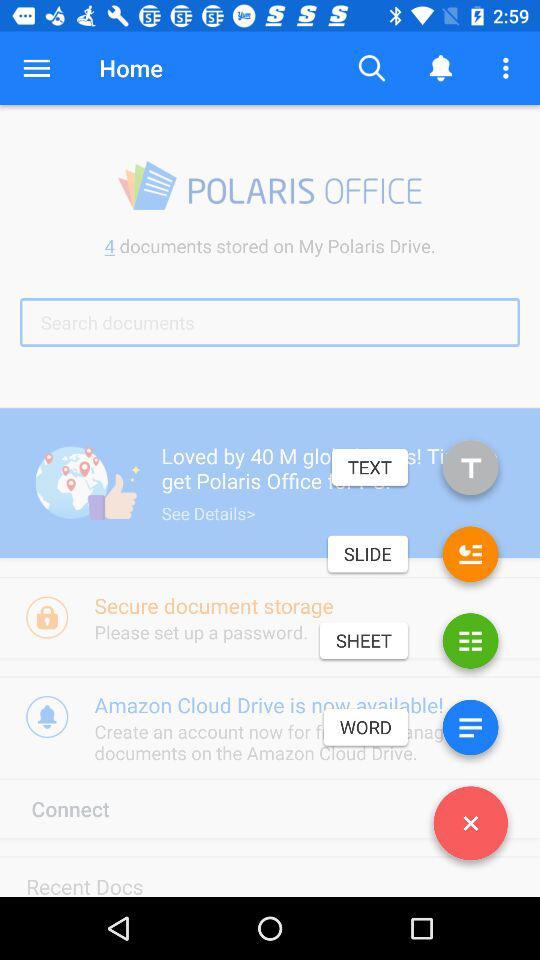 The image size is (540, 960). Describe the element at coordinates (470, 471) in the screenshot. I see `open new text documents` at that location.